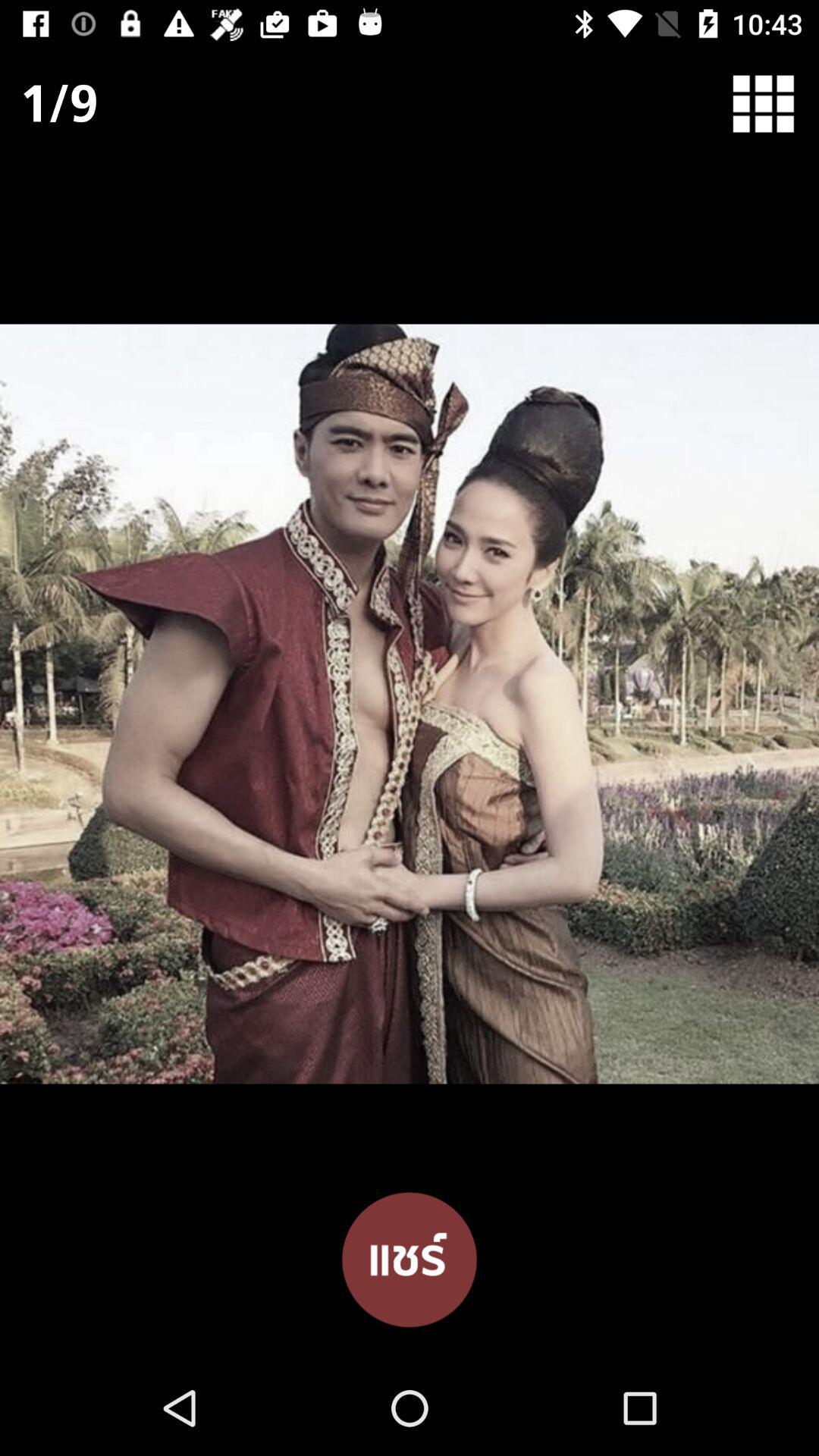 The width and height of the screenshot is (819, 1456). What do you see at coordinates (773, 102) in the screenshot?
I see `icon next to /9` at bounding box center [773, 102].